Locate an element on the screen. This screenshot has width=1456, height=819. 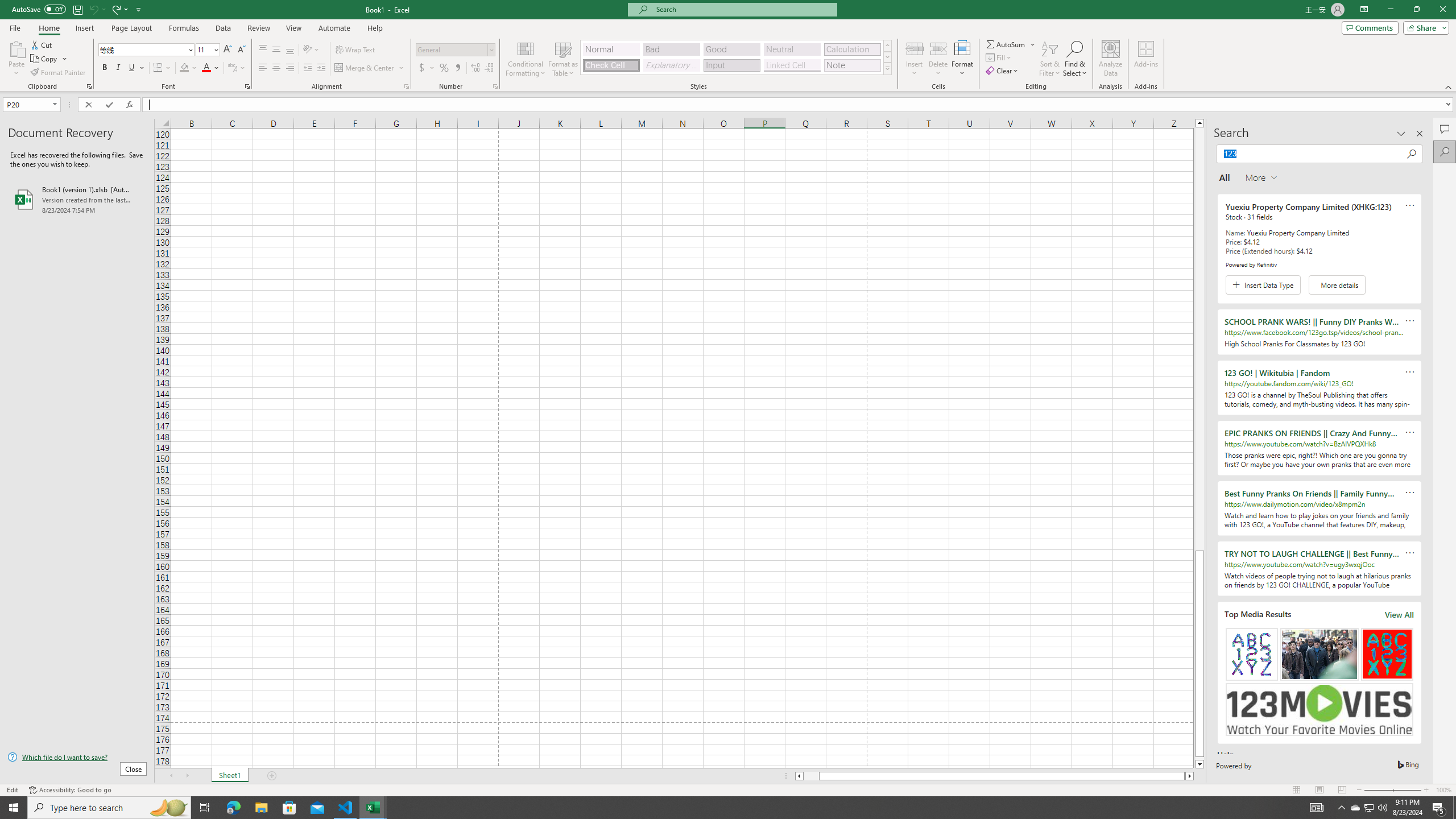
'Office Clipboard...' is located at coordinates (88, 85).